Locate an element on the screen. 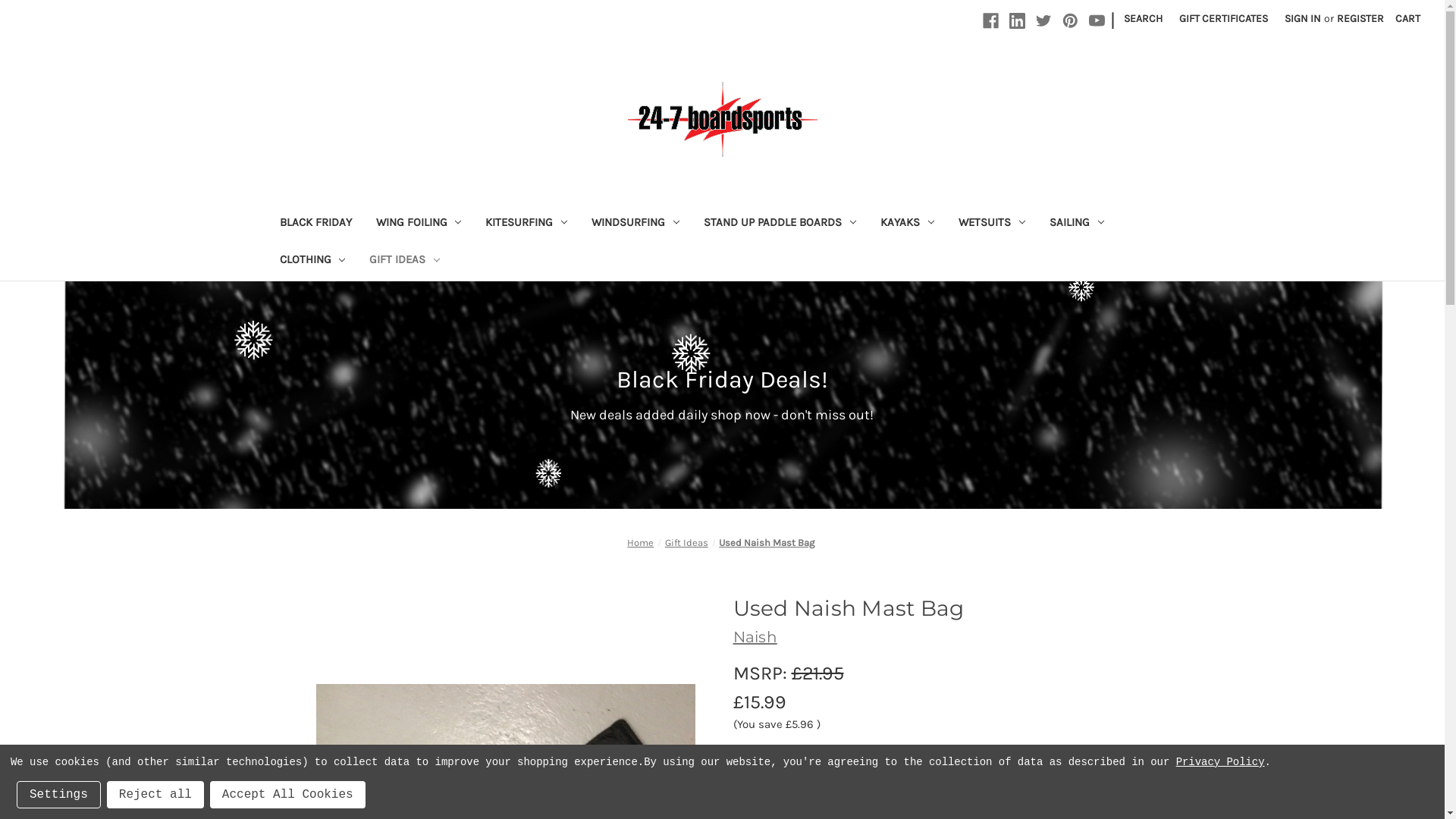 This screenshot has height=819, width=1456. 'Used Naish Mast Bag' is located at coordinates (767, 541).